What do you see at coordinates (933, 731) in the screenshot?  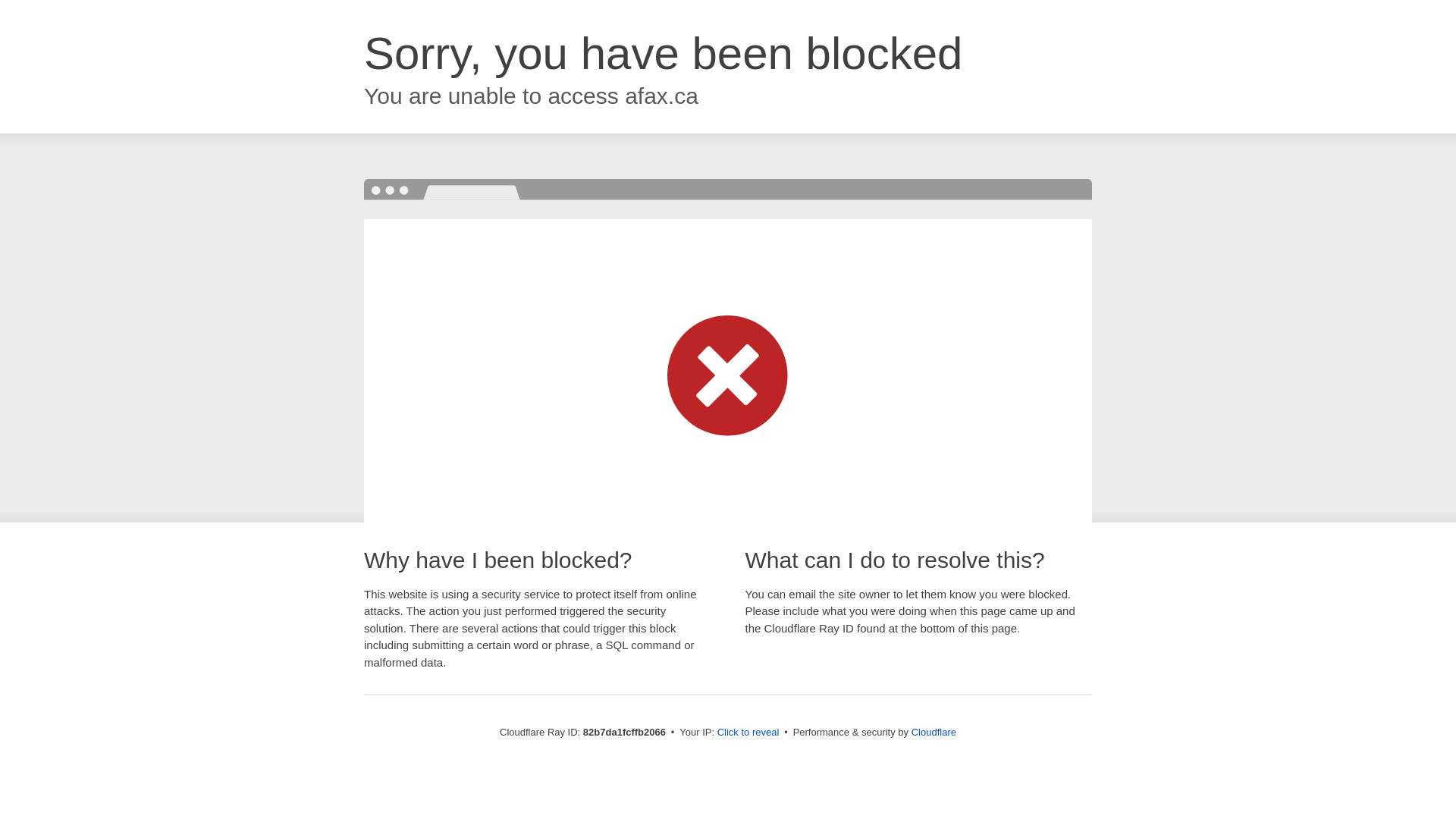 I see `'Cloudflare'` at bounding box center [933, 731].